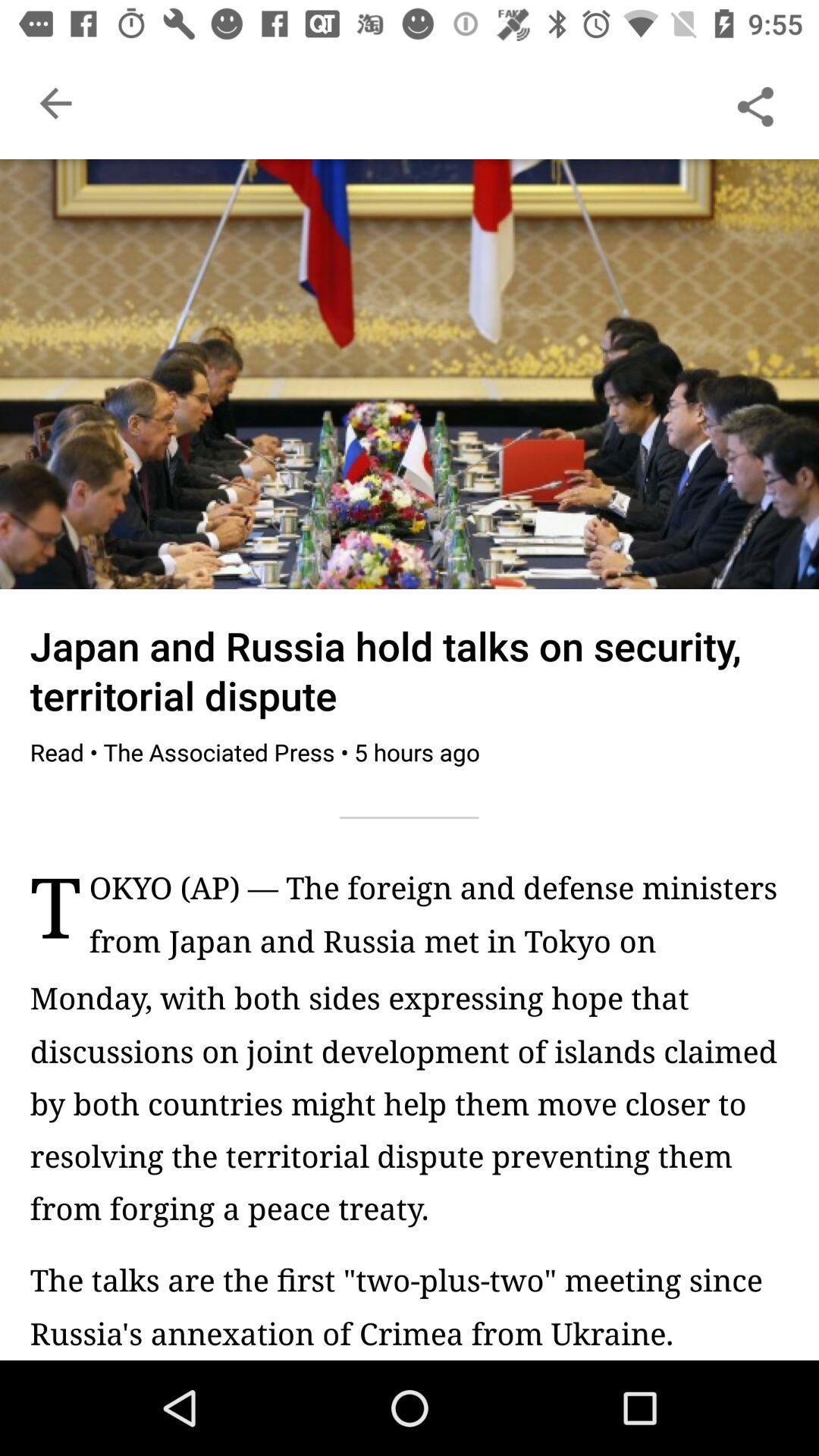 This screenshot has width=819, height=1456. I want to click on share the article, so click(755, 102).